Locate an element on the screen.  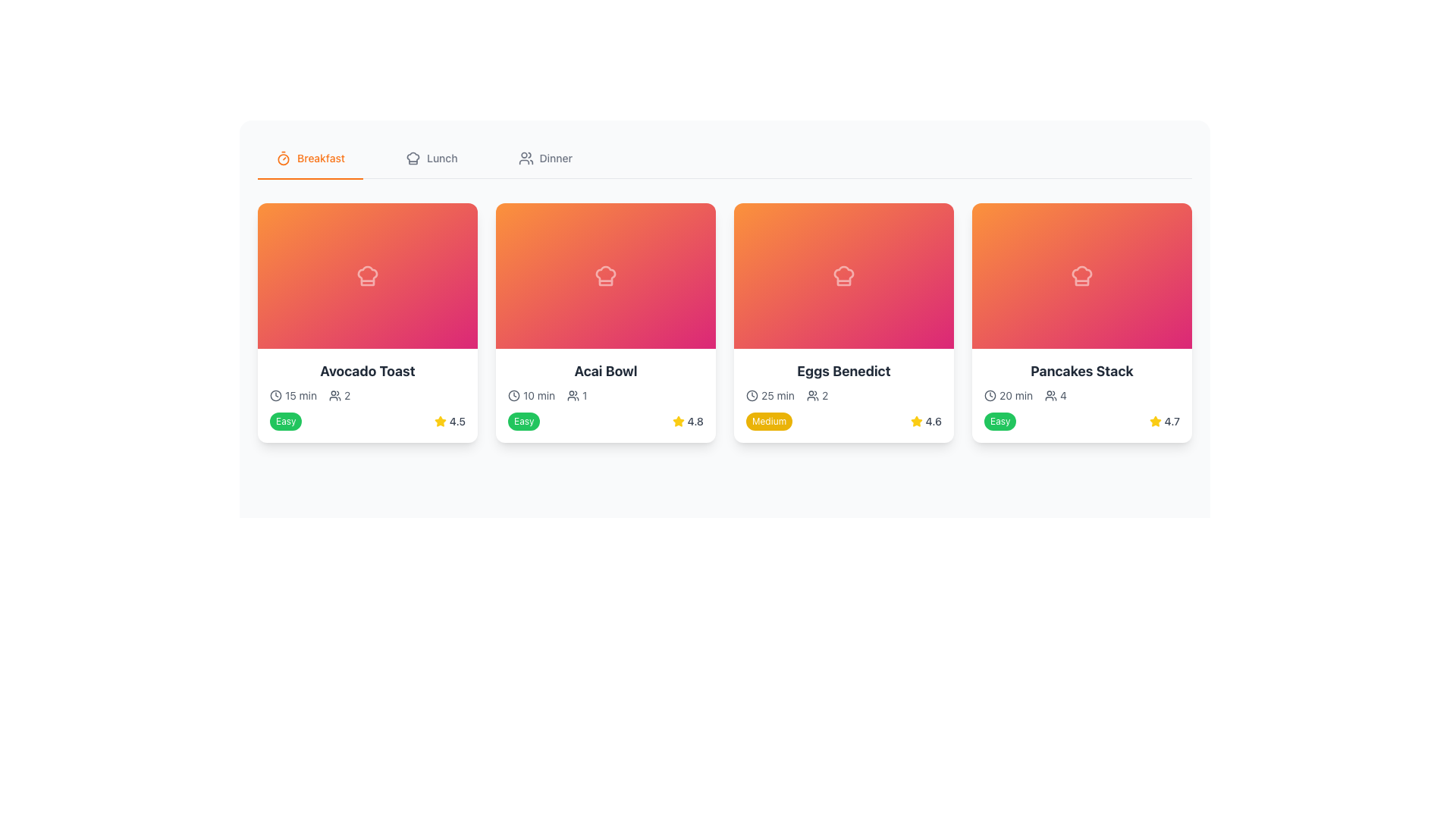
the rating value displayed for the 'Pancakes Stack' dish, located at the bottom-right corner of its card, which includes a numerical value and a star icon is located at coordinates (1163, 421).